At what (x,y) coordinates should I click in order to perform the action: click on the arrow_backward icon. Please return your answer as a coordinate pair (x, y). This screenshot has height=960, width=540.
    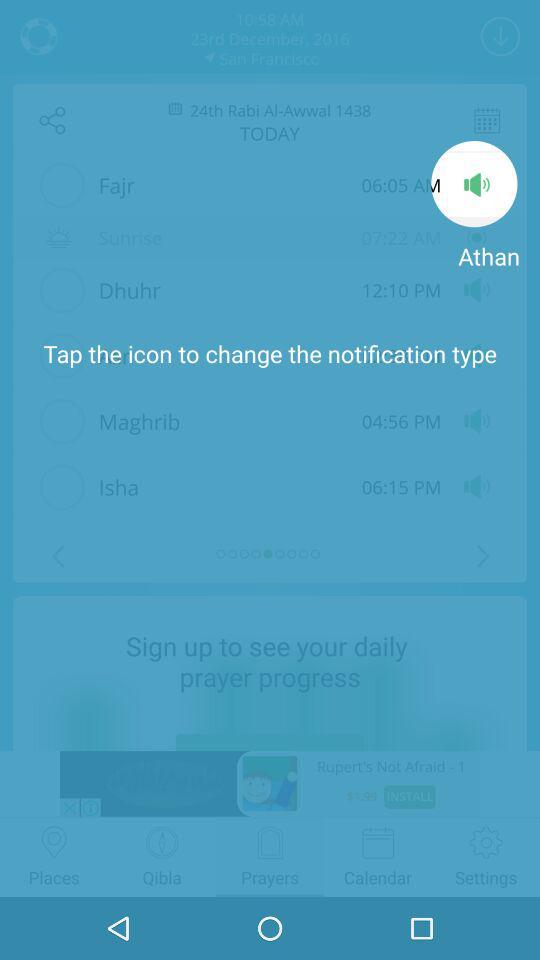
    Looking at the image, I should click on (59, 556).